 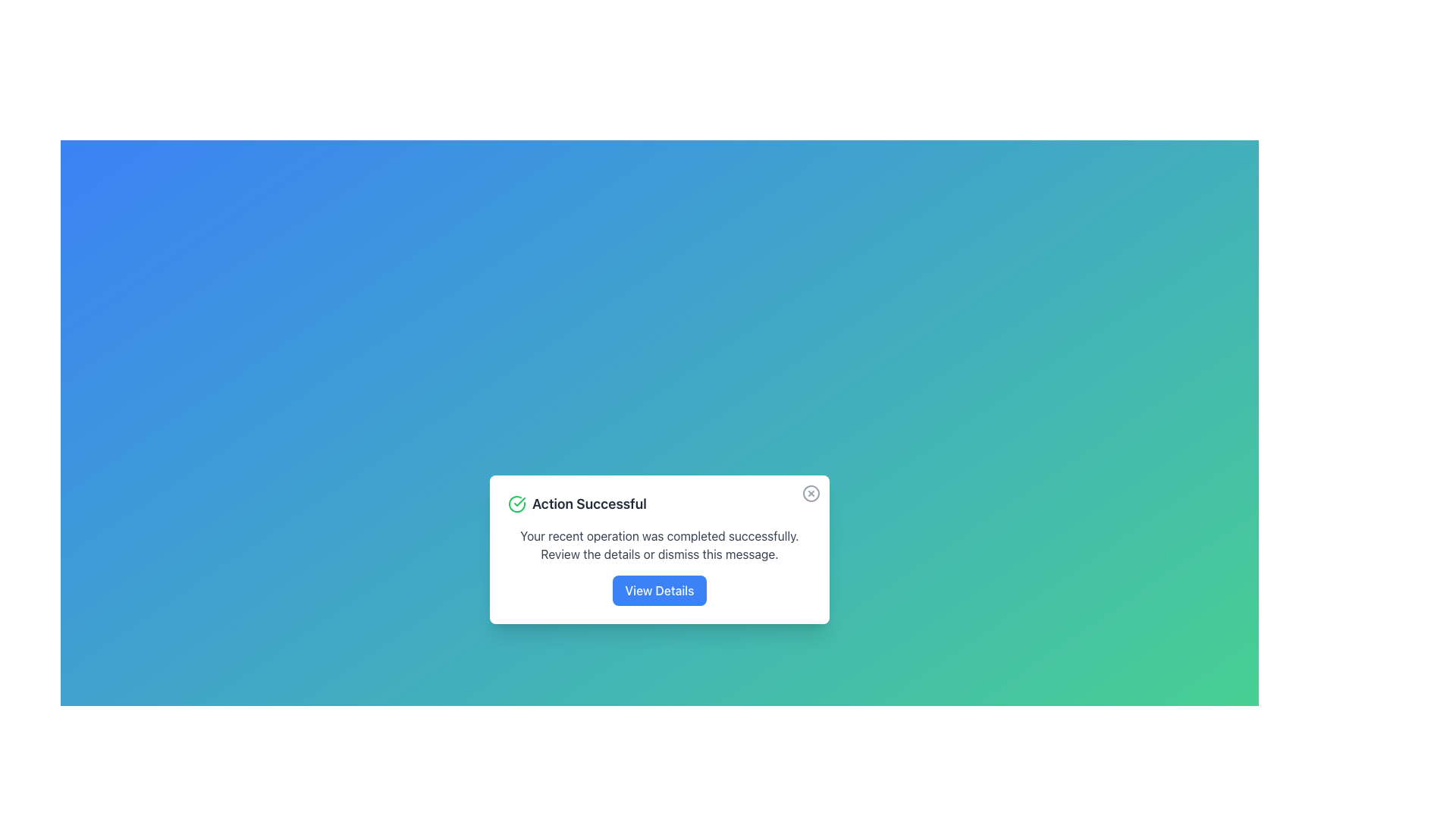 What do you see at coordinates (516, 504) in the screenshot?
I see `the green outlined circle icon with a check mark inside, which symbolizes a success or completed action, located to the left of the text 'Action Successful'` at bounding box center [516, 504].